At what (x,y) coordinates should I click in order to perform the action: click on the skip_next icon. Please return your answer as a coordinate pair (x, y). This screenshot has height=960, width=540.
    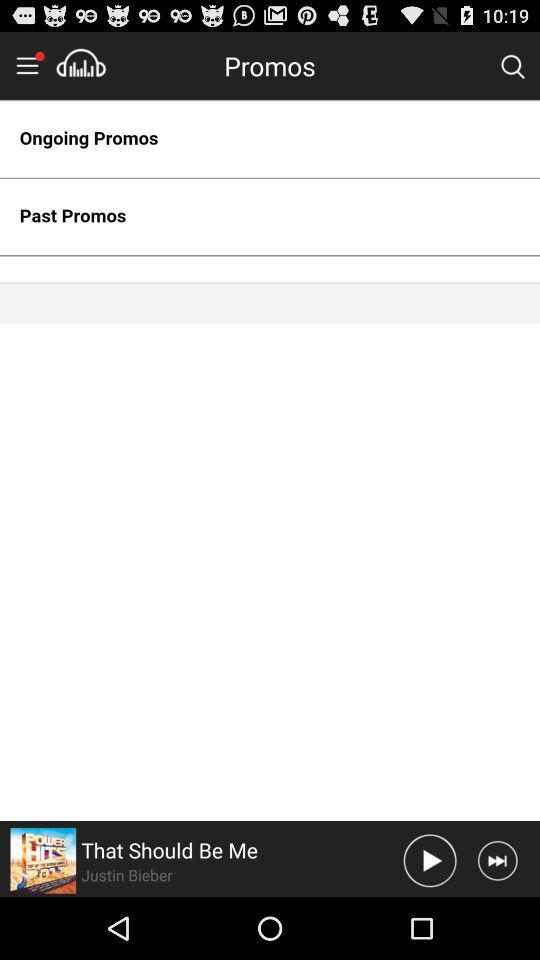
    Looking at the image, I should click on (496, 921).